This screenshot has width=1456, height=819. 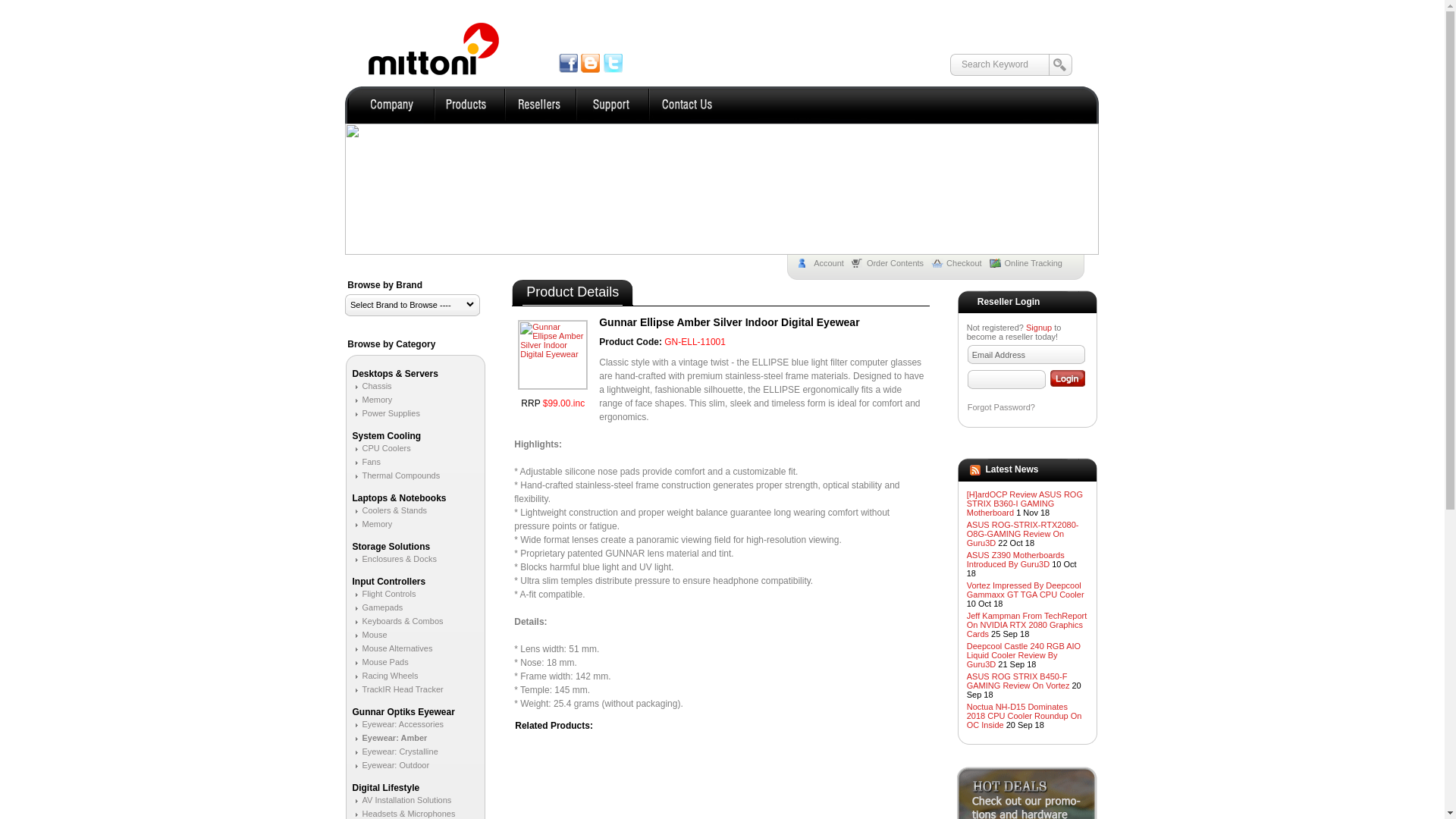 I want to click on 'Signup', so click(x=1037, y=327).